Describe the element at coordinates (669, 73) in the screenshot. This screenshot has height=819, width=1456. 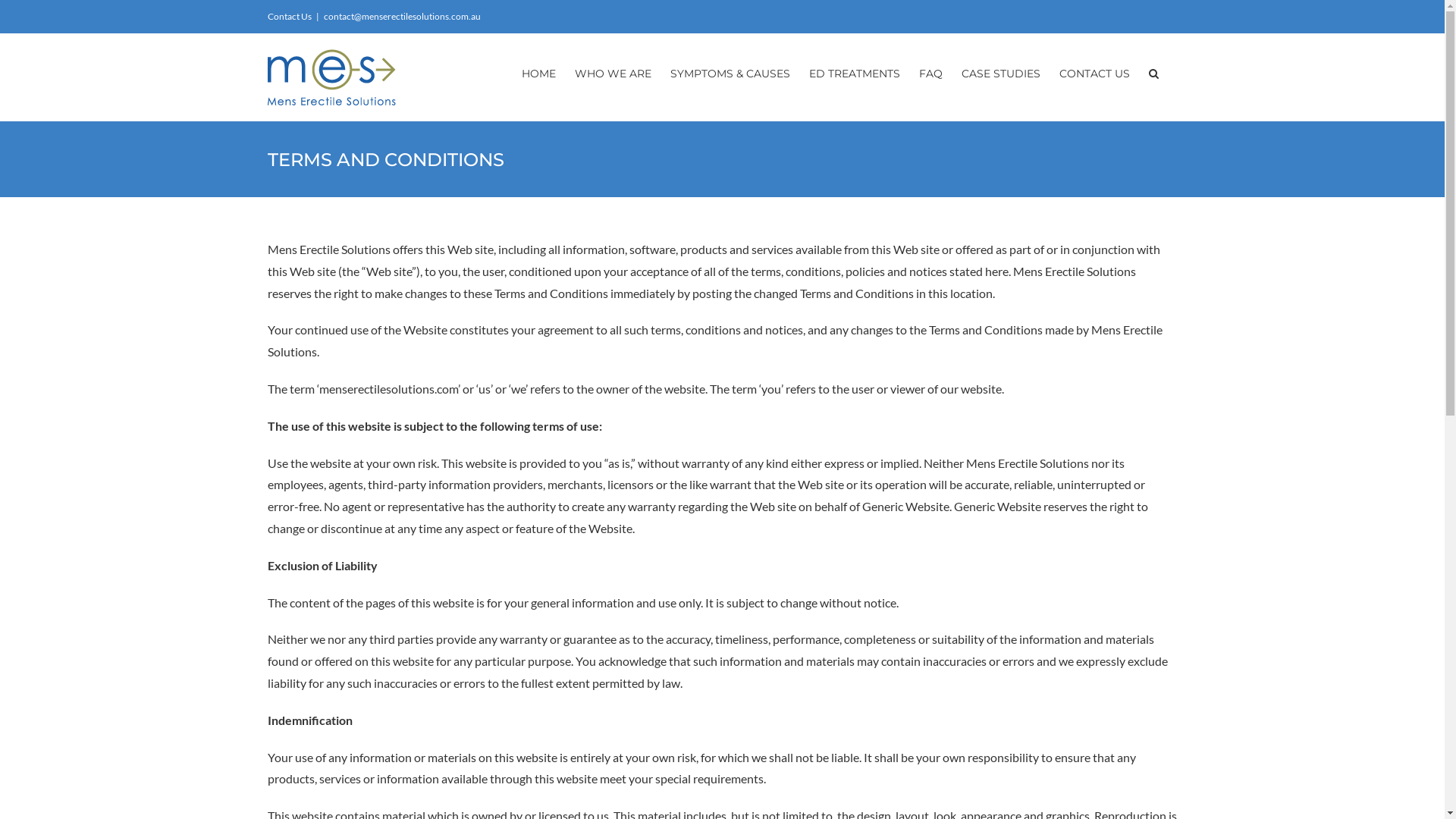
I see `'SYMPTOMS & CAUSES'` at that location.